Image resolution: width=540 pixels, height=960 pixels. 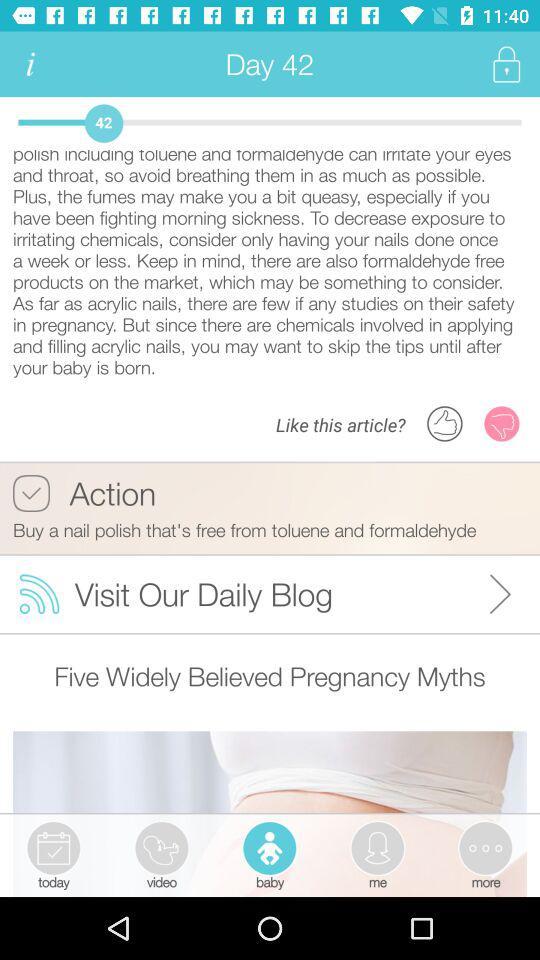 I want to click on like the article, so click(x=445, y=423).